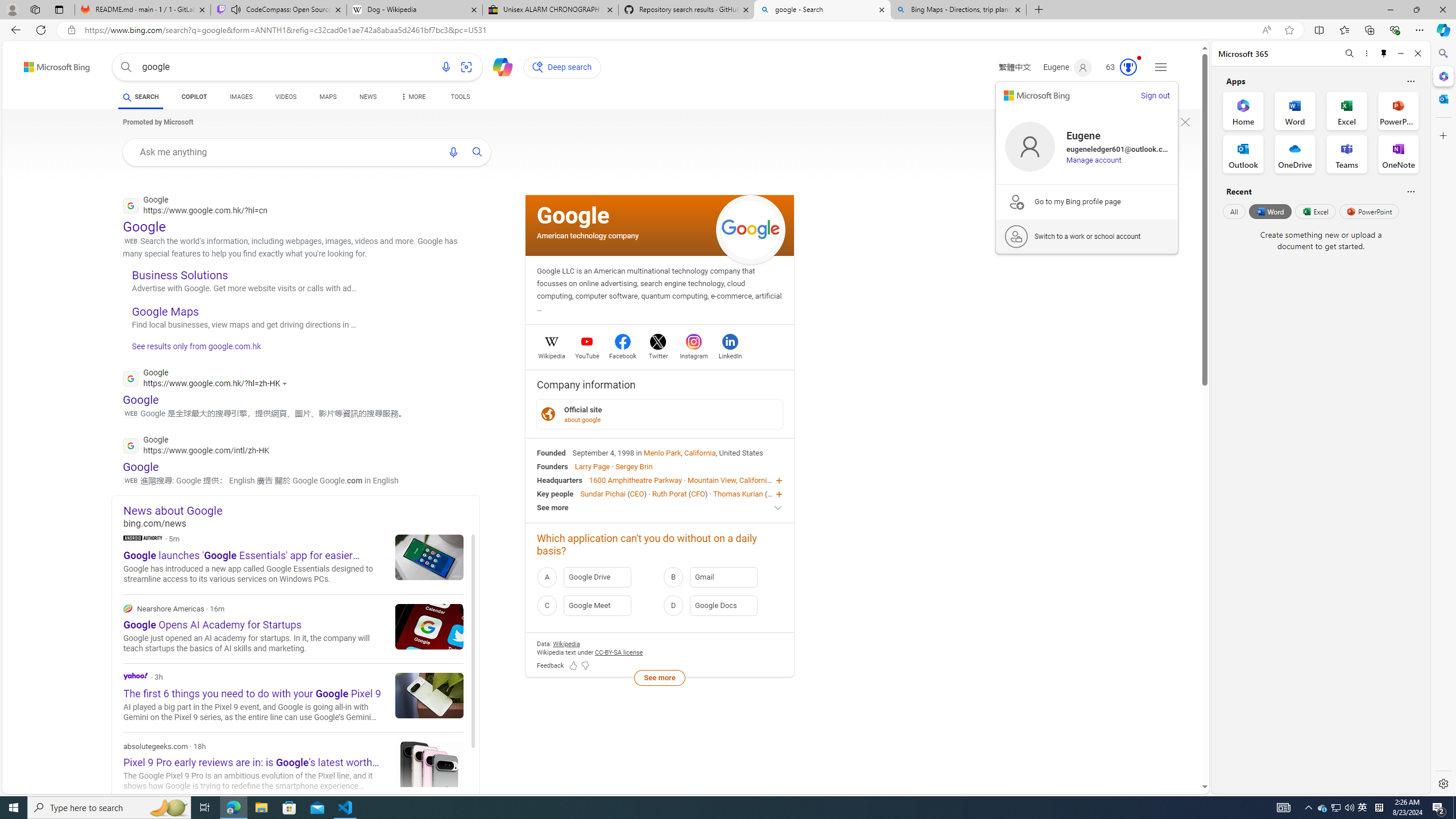 This screenshot has height=819, width=1456. Describe the element at coordinates (1442, 135) in the screenshot. I see `'Customize'` at that location.